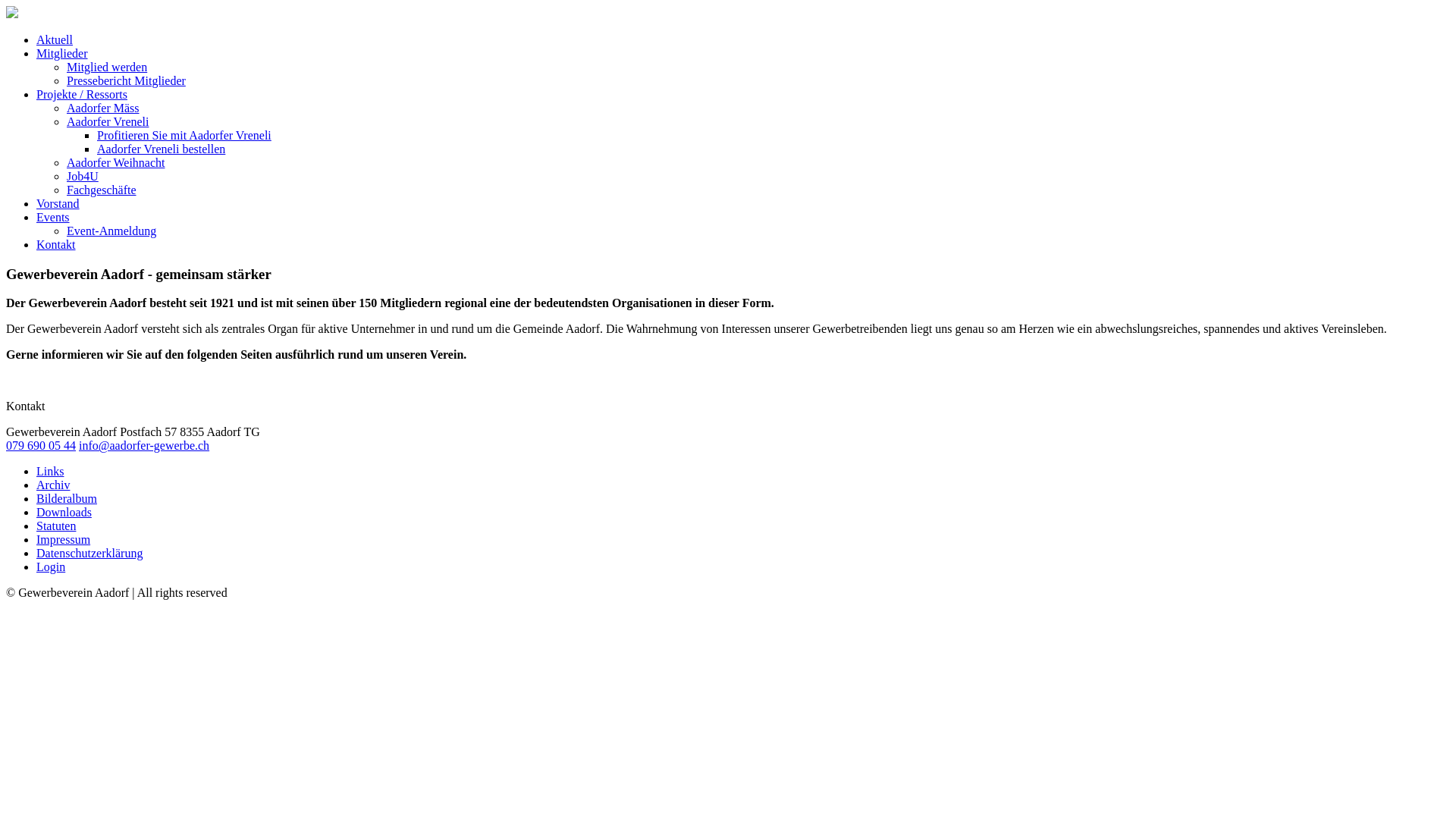  I want to click on 'Statuten', so click(55, 525).